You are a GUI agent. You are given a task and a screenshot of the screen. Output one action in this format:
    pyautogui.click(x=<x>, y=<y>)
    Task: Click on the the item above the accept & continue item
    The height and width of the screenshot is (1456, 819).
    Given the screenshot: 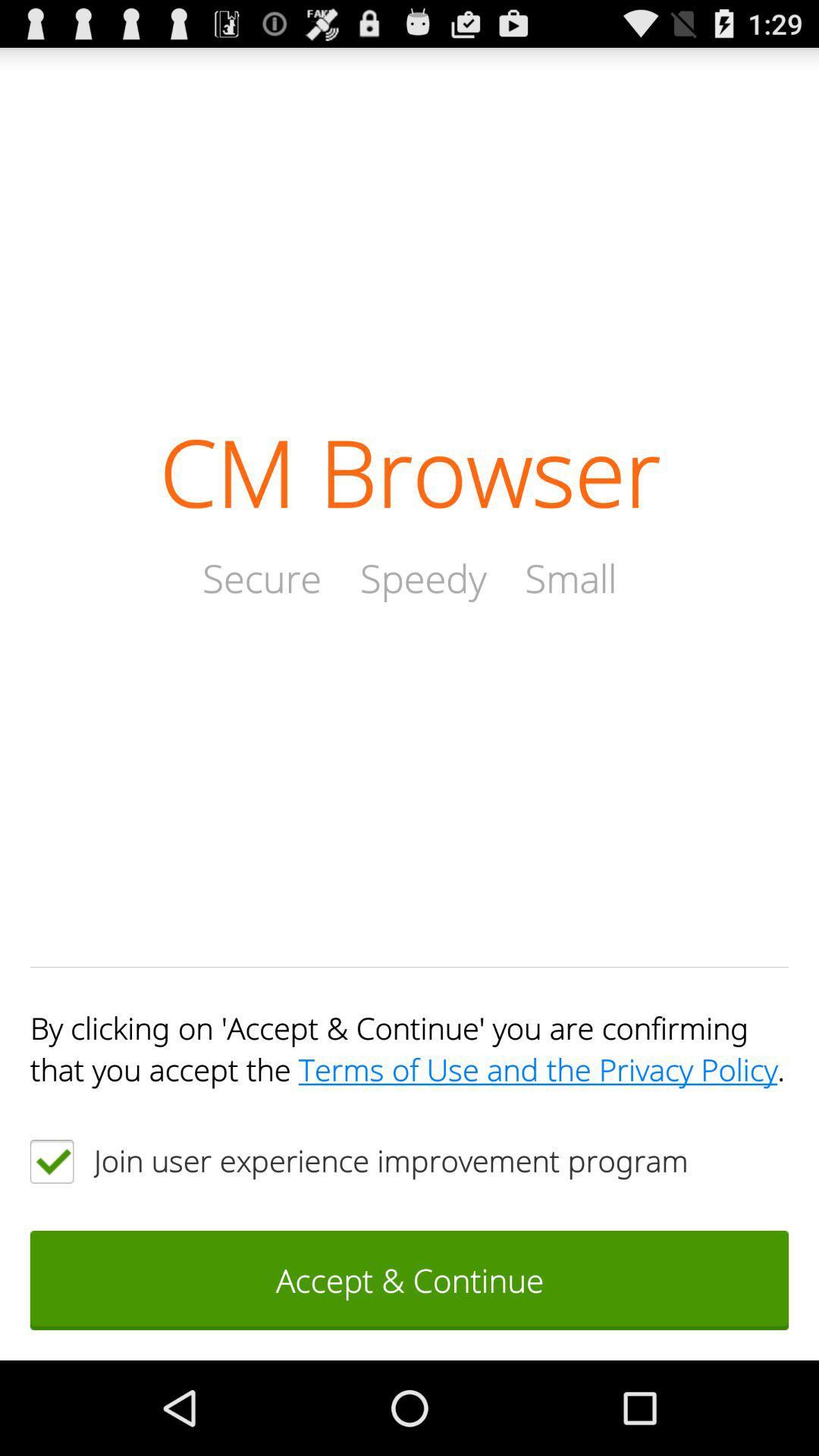 What is the action you would take?
    pyautogui.click(x=51, y=1160)
    